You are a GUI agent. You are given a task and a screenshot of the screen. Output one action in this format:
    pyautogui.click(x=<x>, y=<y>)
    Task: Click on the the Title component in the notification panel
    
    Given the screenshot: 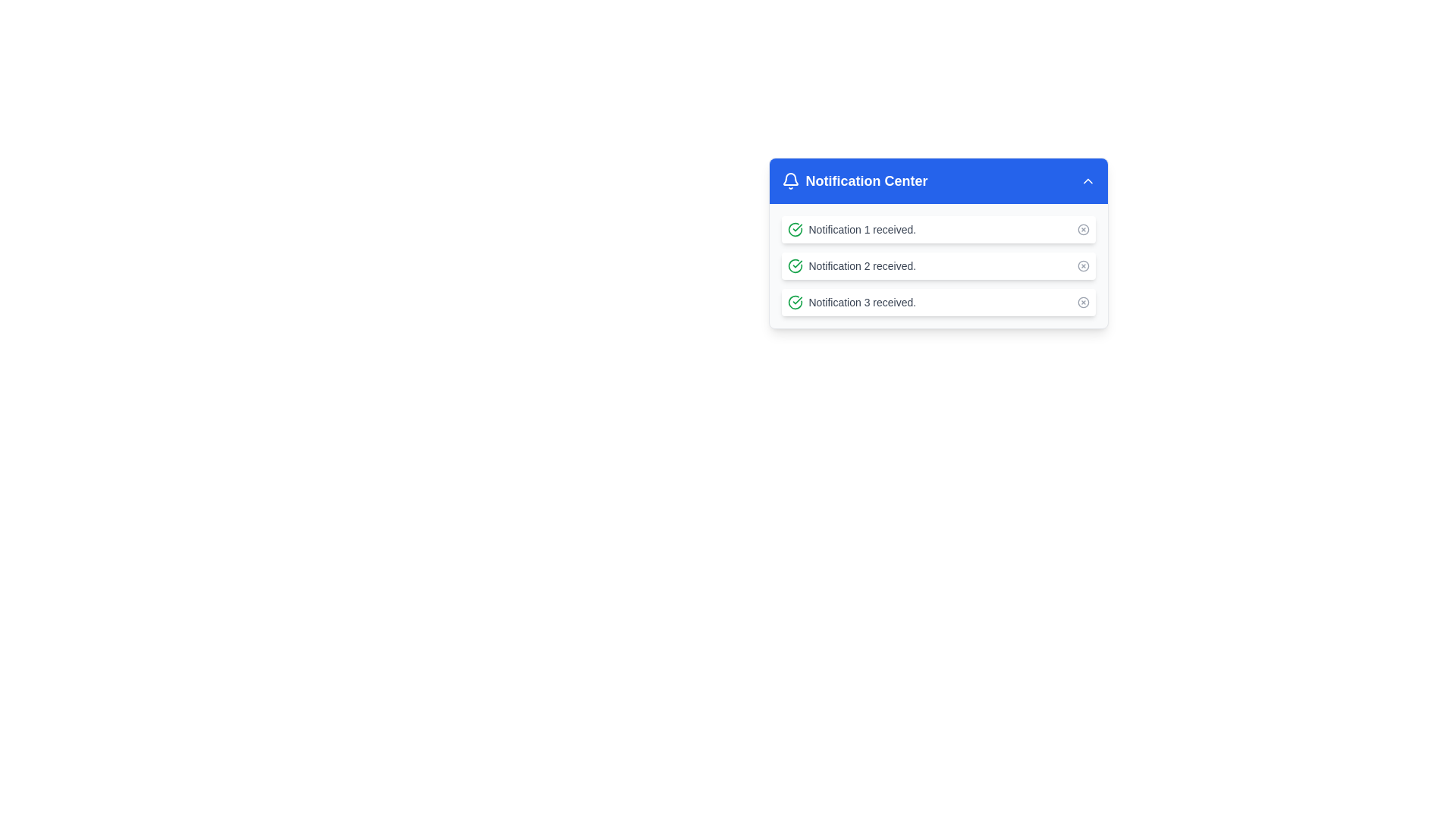 What is the action you would take?
    pyautogui.click(x=855, y=180)
    